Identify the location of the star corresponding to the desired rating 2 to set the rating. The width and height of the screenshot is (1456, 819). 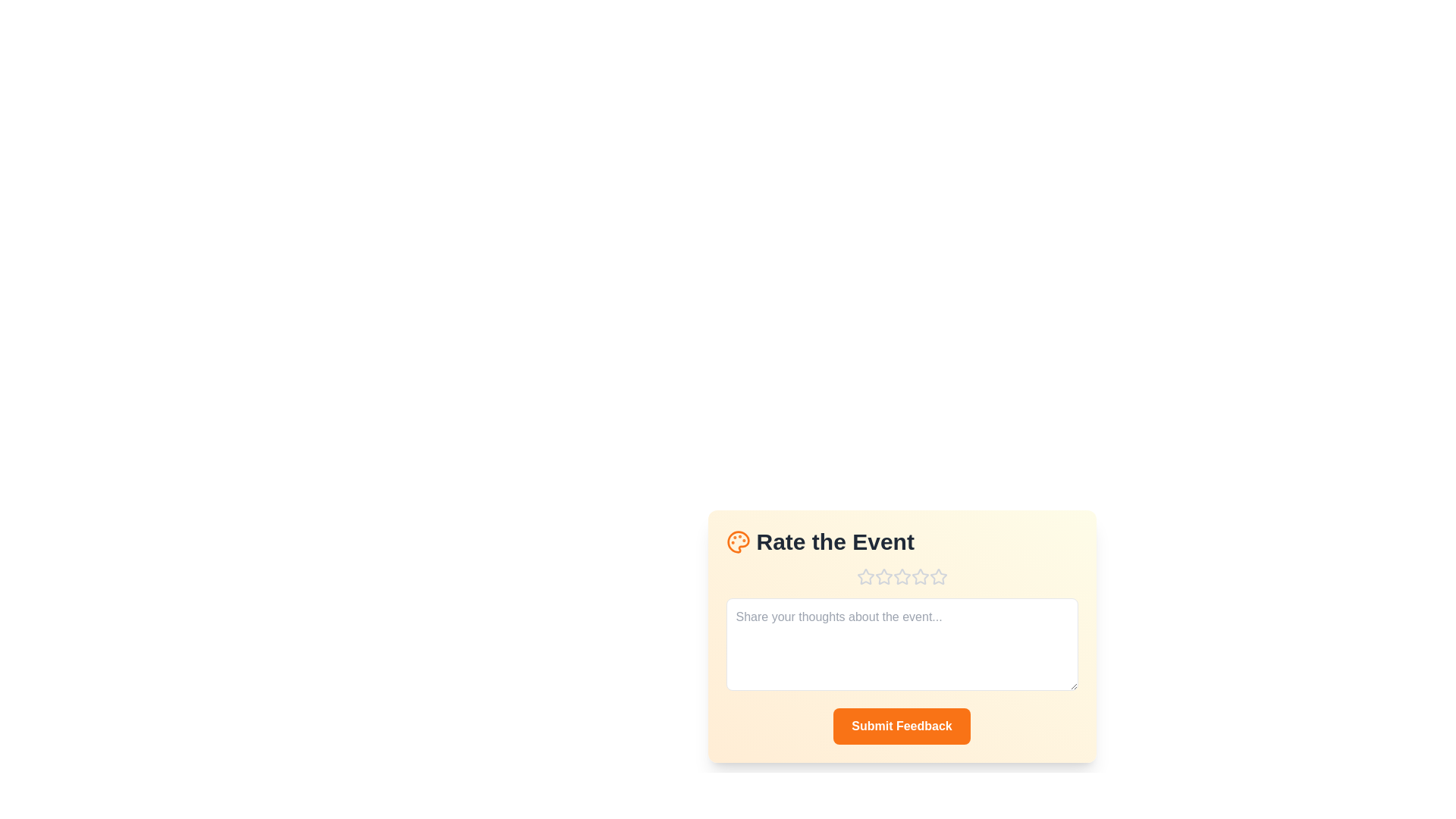
(883, 576).